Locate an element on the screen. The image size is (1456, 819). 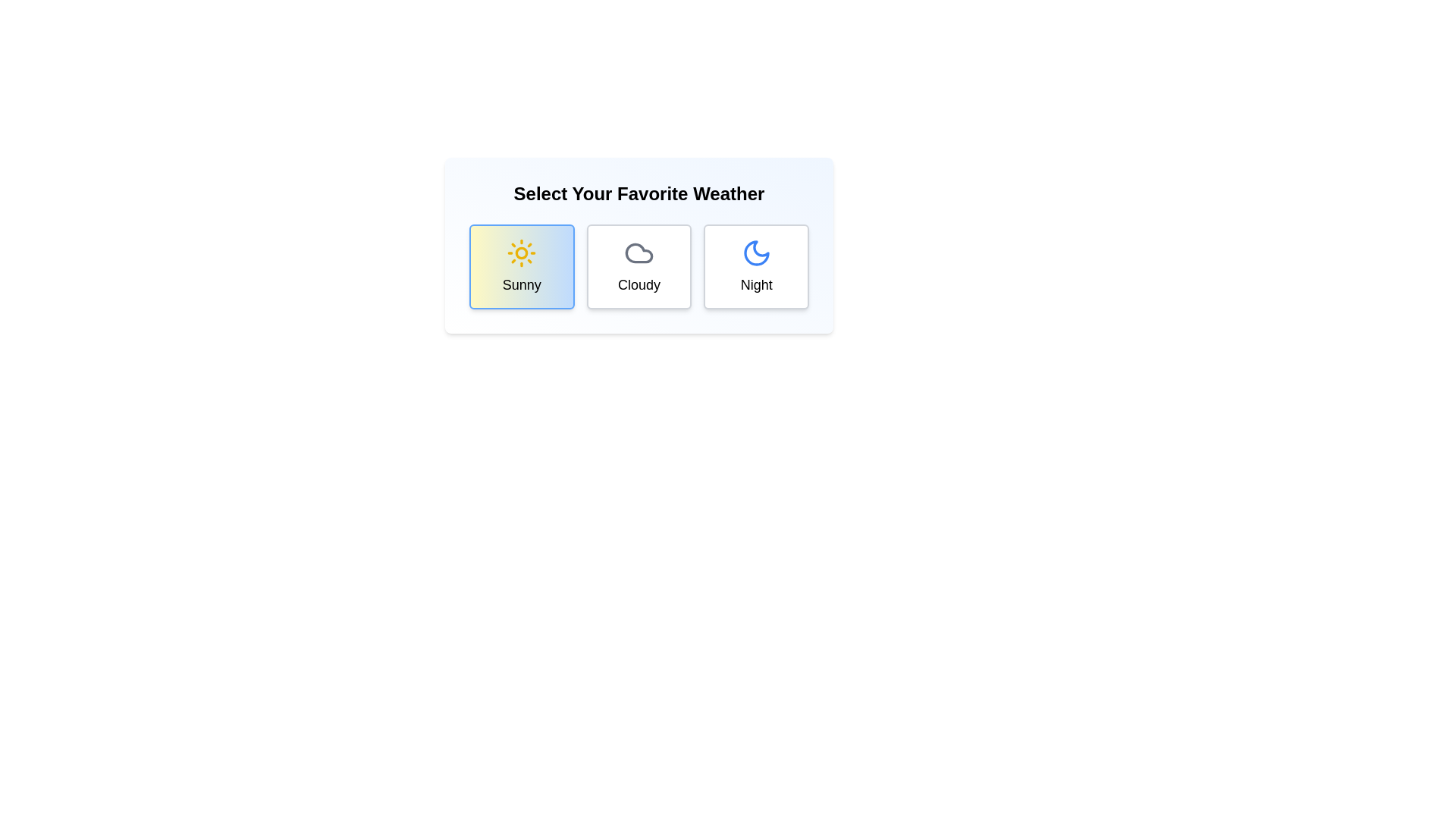
the 'Cloudy' weather icon in the weather selection interface is located at coordinates (639, 253).